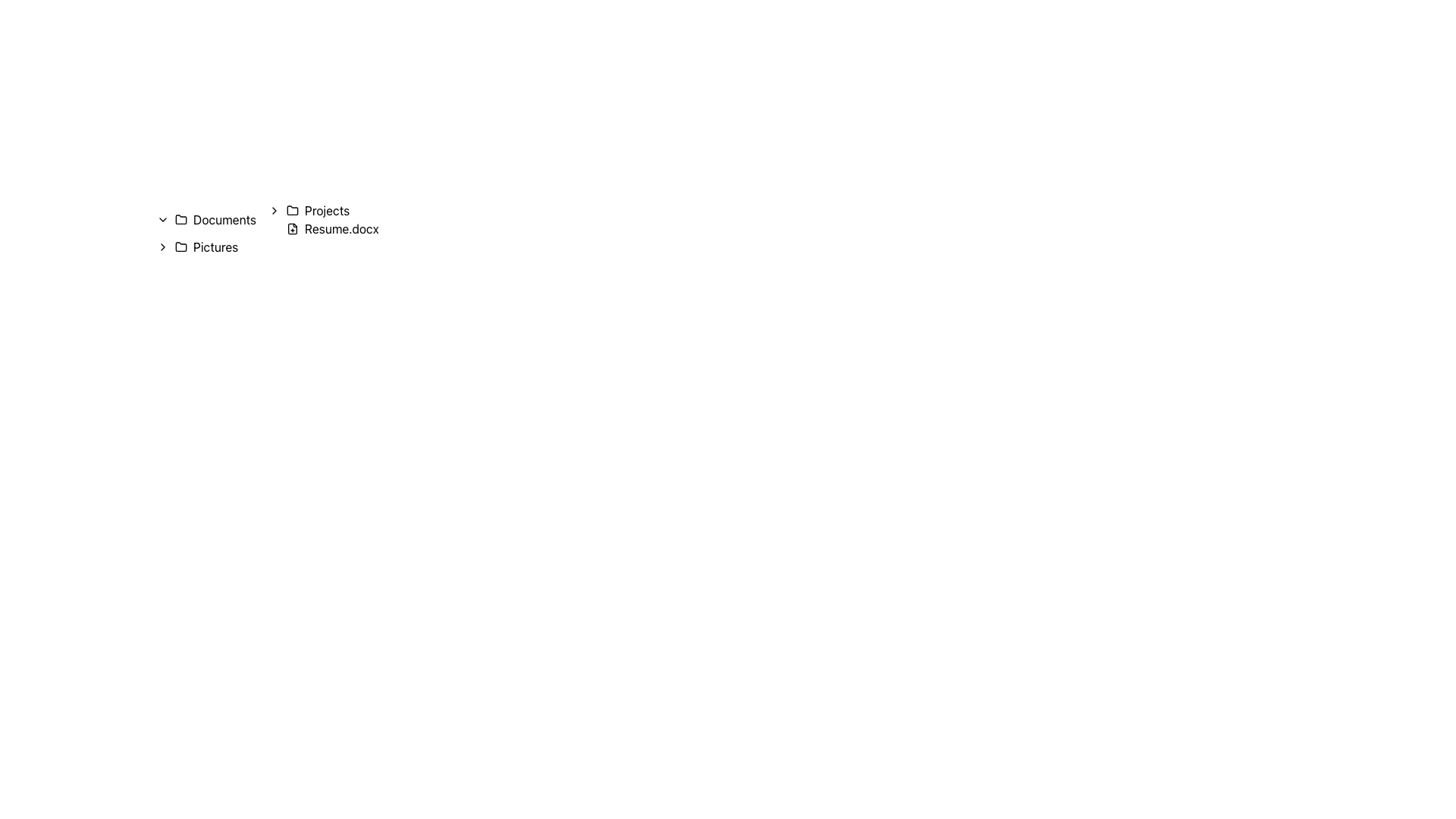 The height and width of the screenshot is (819, 1456). What do you see at coordinates (274, 210) in the screenshot?
I see `the Chevron Icon located to the left of the 'Projects' text` at bounding box center [274, 210].